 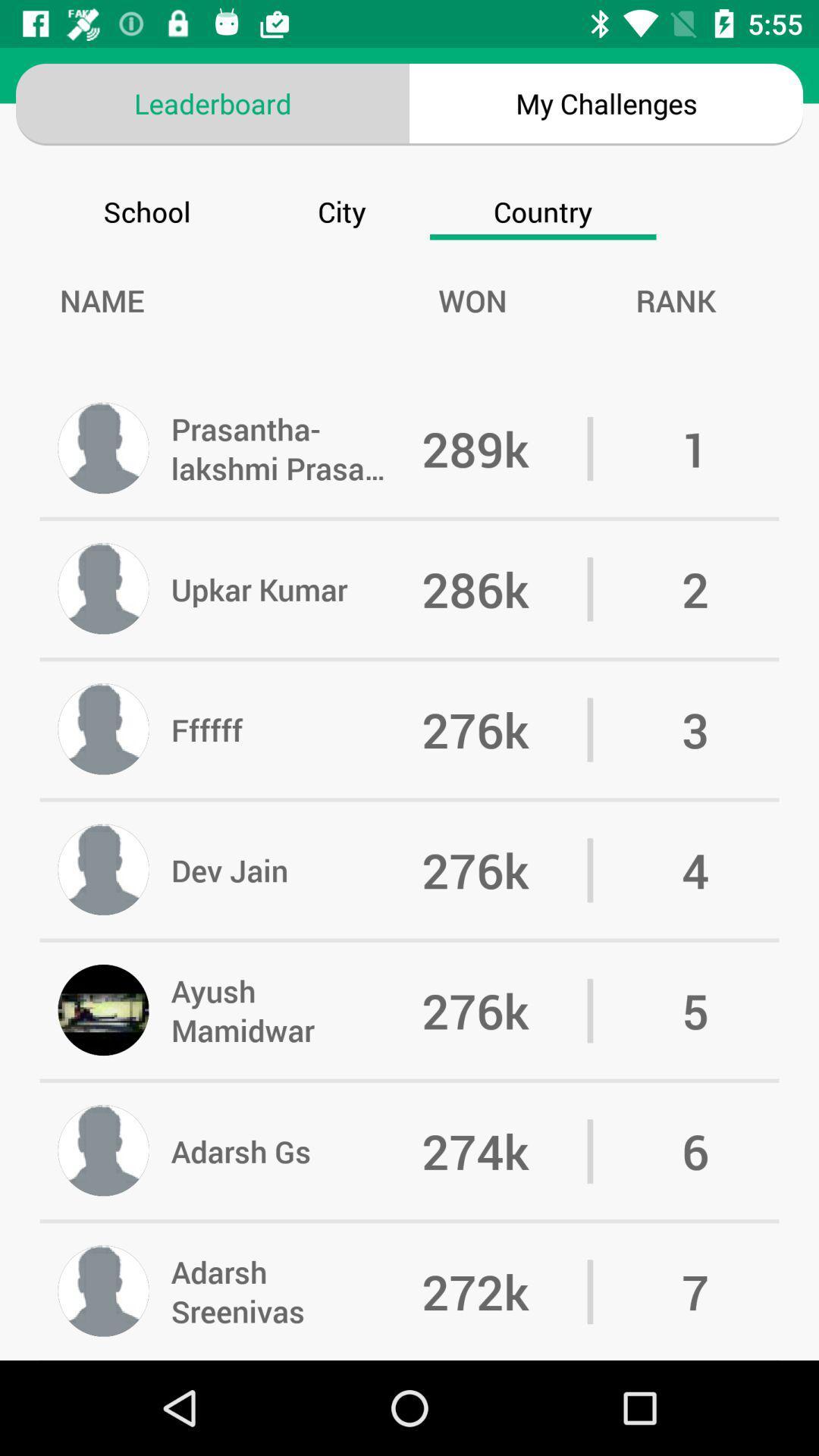 What do you see at coordinates (103, 1011) in the screenshot?
I see `the image icon left side of text  ayush mamidwar` at bounding box center [103, 1011].